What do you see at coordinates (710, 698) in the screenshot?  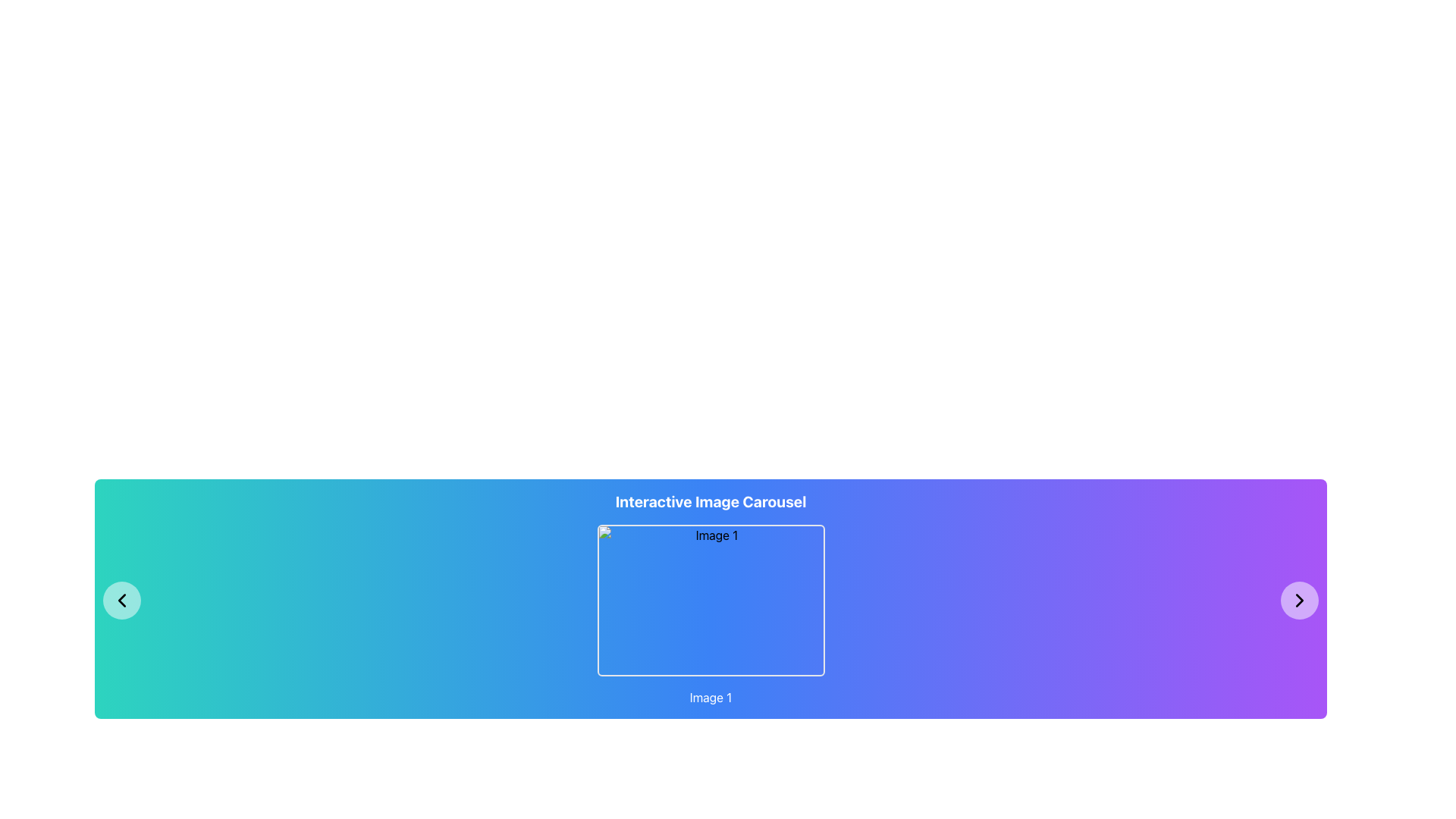 I see `the text element displaying 'Image 1', which is styled in white and positioned at the bottom of a vertically-stacked group within a gradient background` at bounding box center [710, 698].